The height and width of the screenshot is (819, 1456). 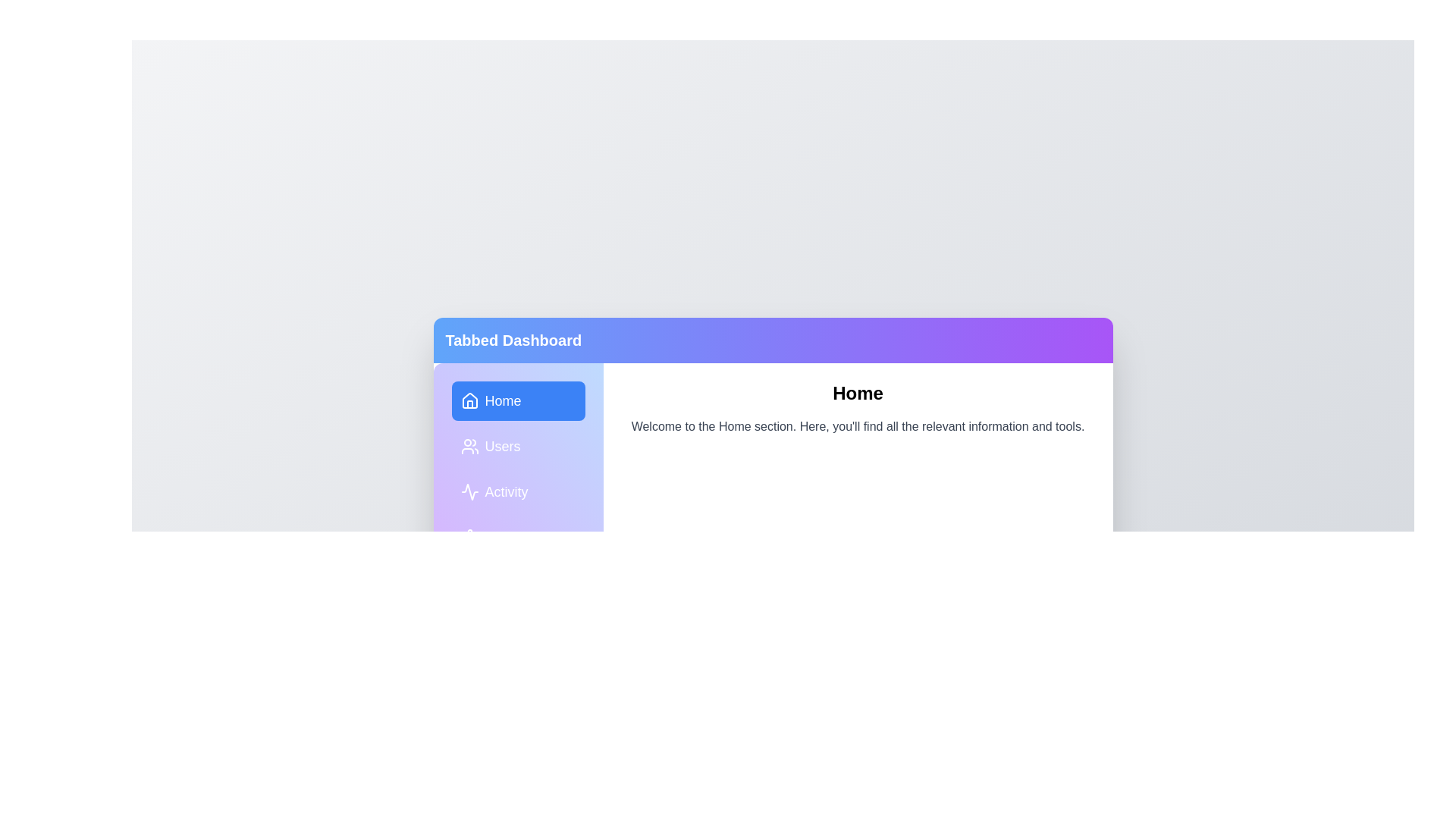 I want to click on the text in the main content area, so click(x=621, y=418).